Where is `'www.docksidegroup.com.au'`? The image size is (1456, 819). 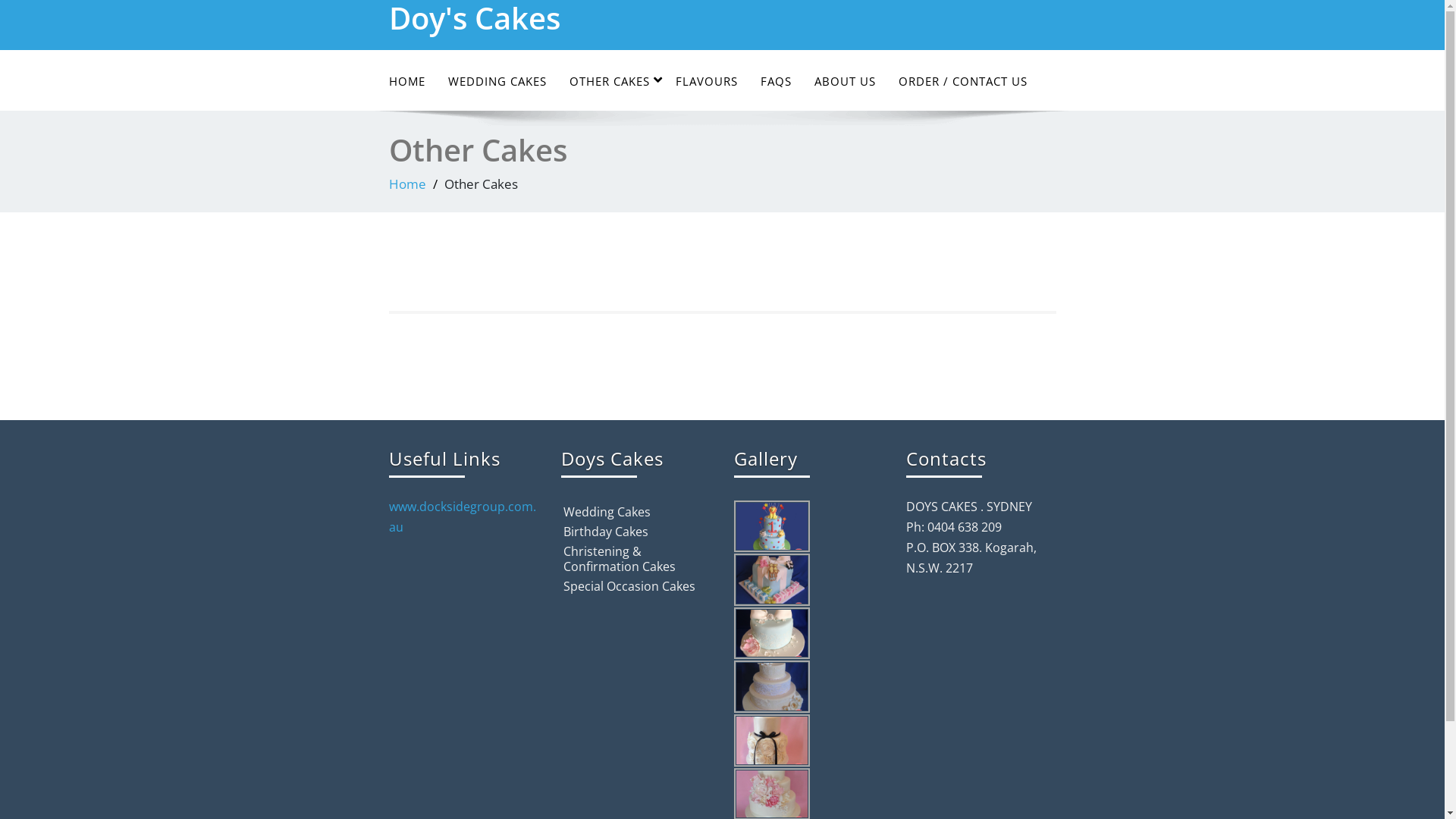 'www.docksidegroup.com.au' is located at coordinates (461, 515).